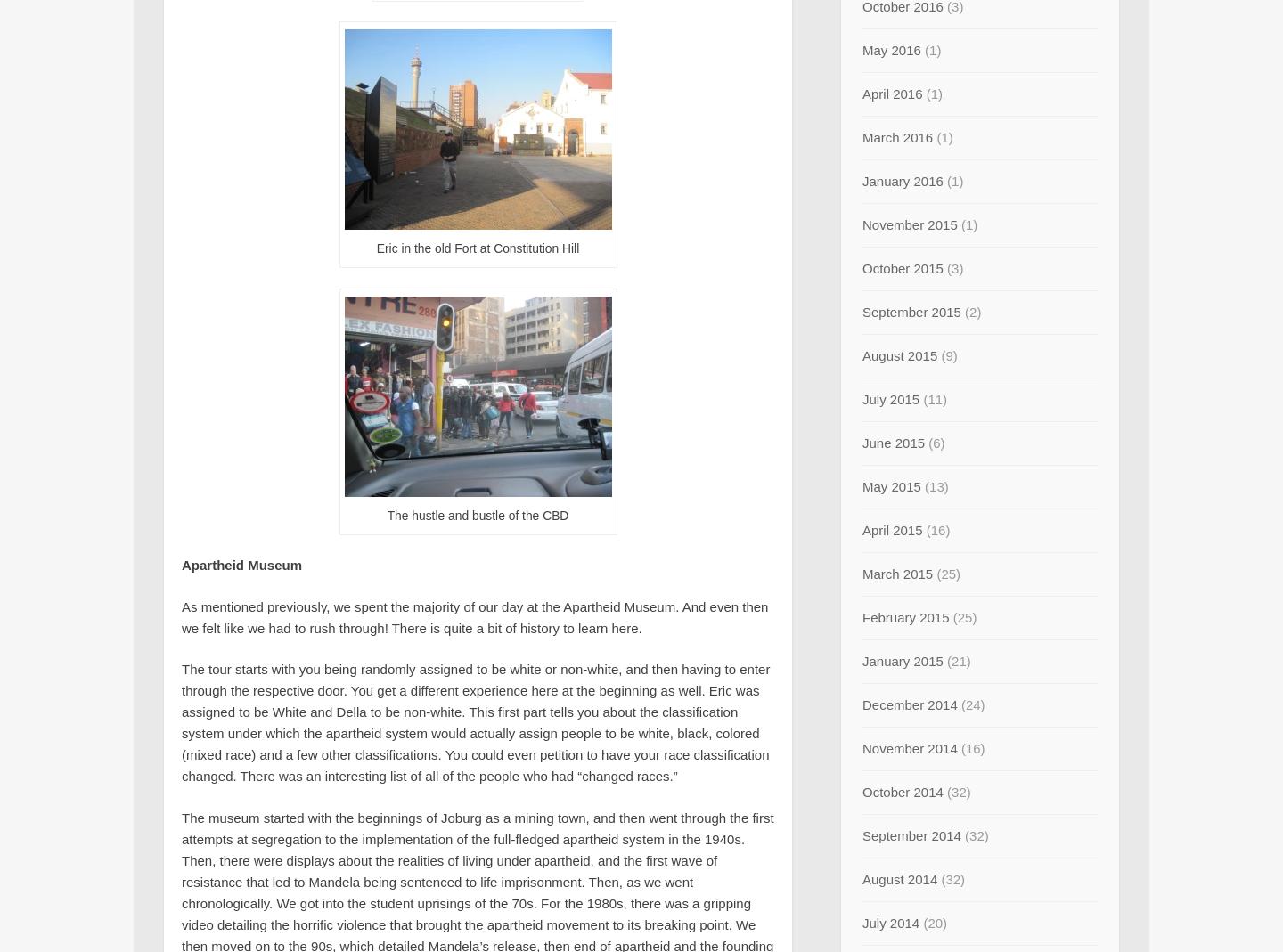 The width and height of the screenshot is (1283, 952). What do you see at coordinates (908, 224) in the screenshot?
I see `'November 2015'` at bounding box center [908, 224].